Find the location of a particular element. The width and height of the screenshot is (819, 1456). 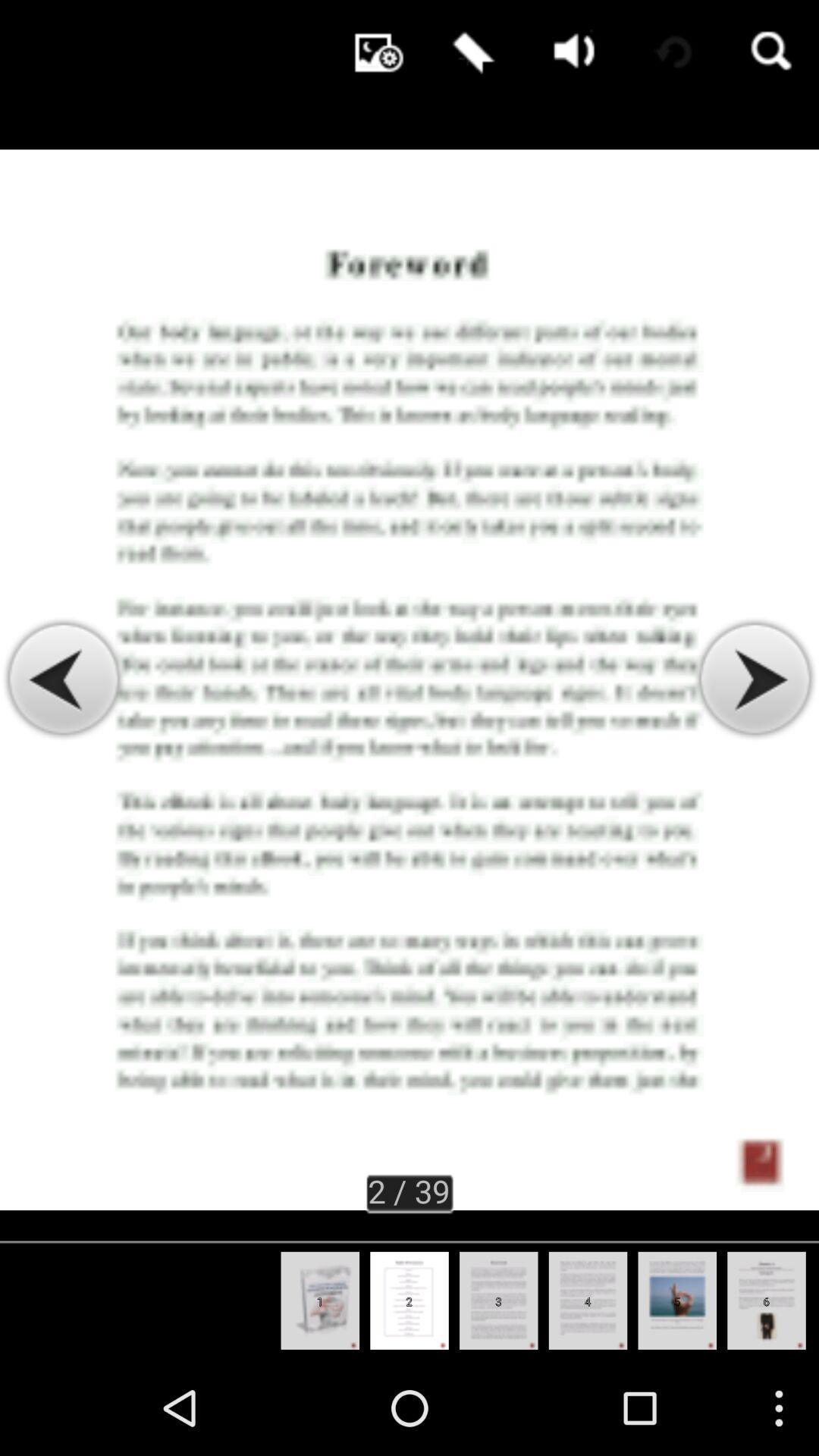

the wallpaper icon is located at coordinates (371, 53).